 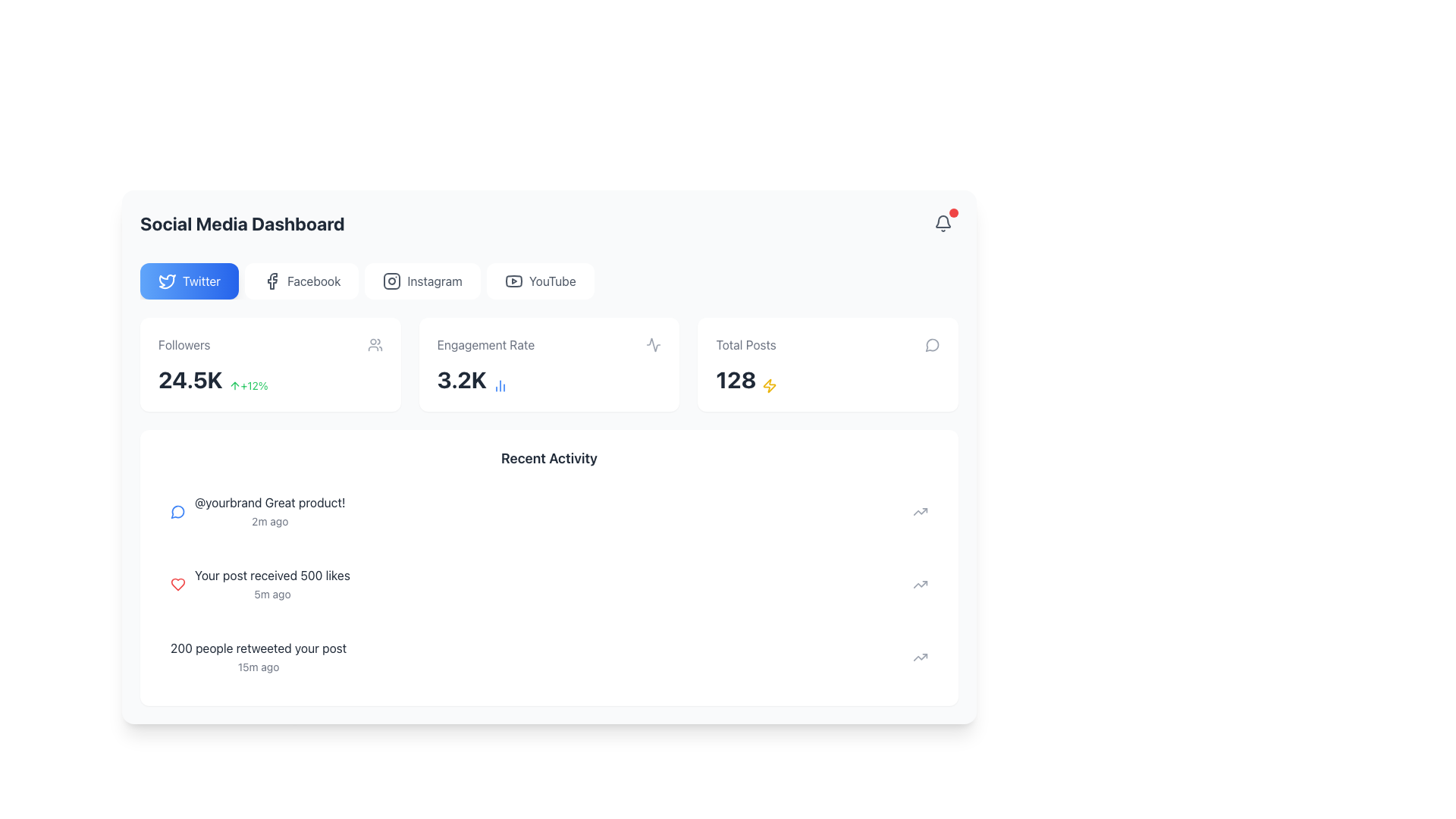 What do you see at coordinates (952, 213) in the screenshot?
I see `the small, bright red circular badge that protrudes from the top-right corner of the bell-shaped notification icon located in the top-right corner of the interface` at bounding box center [952, 213].